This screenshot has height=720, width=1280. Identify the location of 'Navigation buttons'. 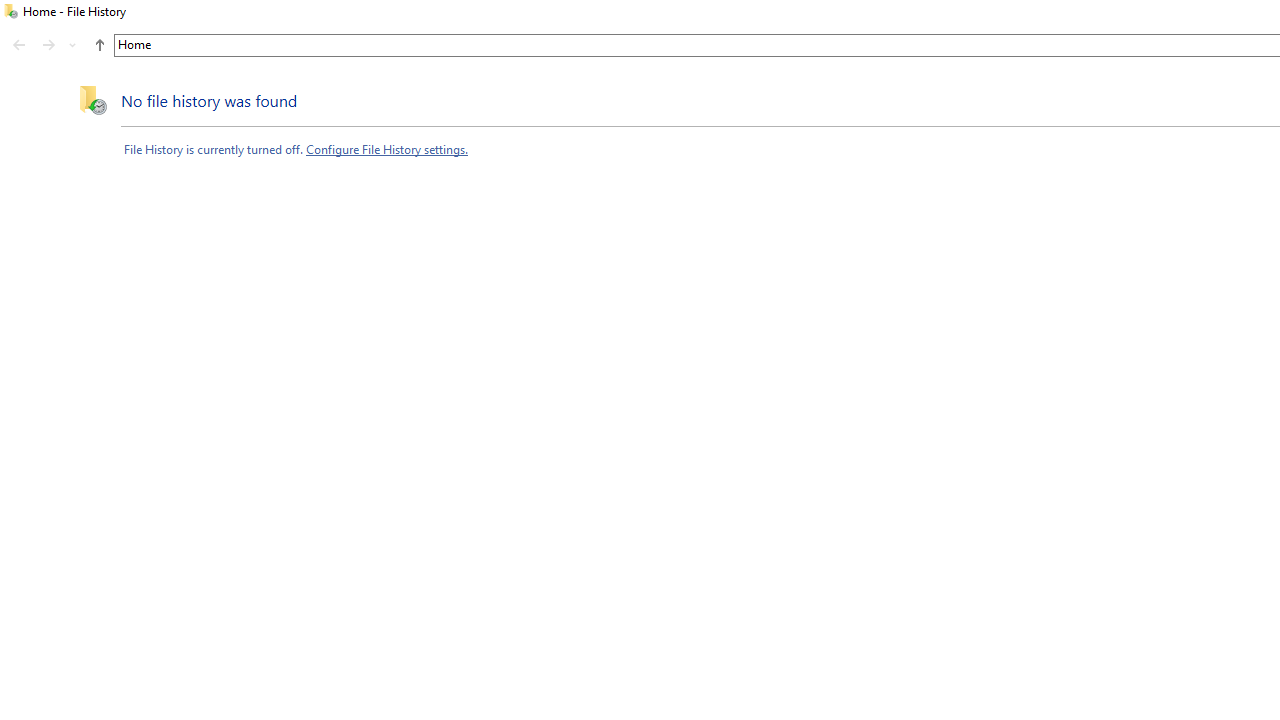
(45, 45).